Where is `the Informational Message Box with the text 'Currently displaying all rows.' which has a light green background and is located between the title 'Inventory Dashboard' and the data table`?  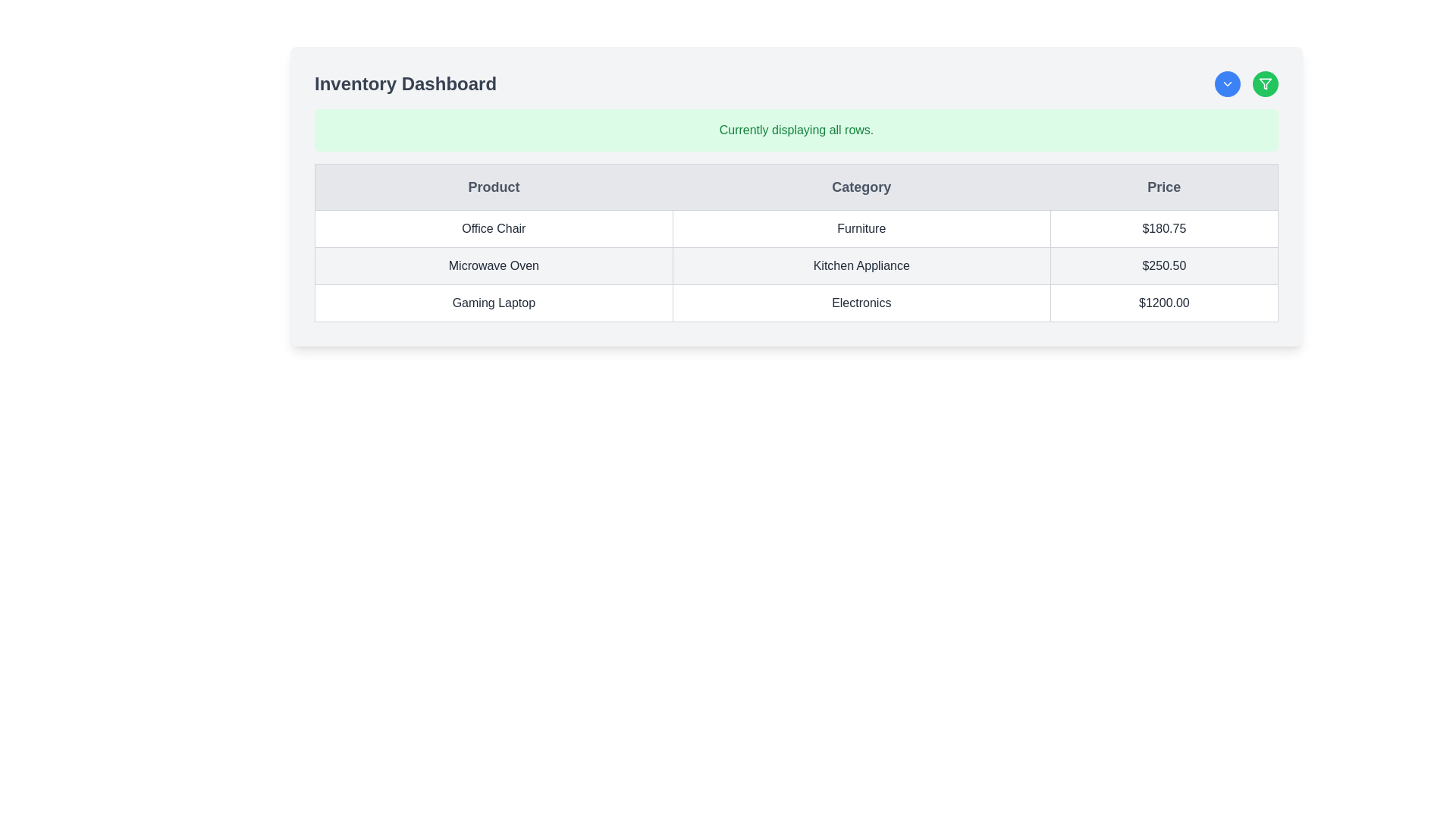 the Informational Message Box with the text 'Currently displaying all rows.' which has a light green background and is located between the title 'Inventory Dashboard' and the data table is located at coordinates (795, 130).